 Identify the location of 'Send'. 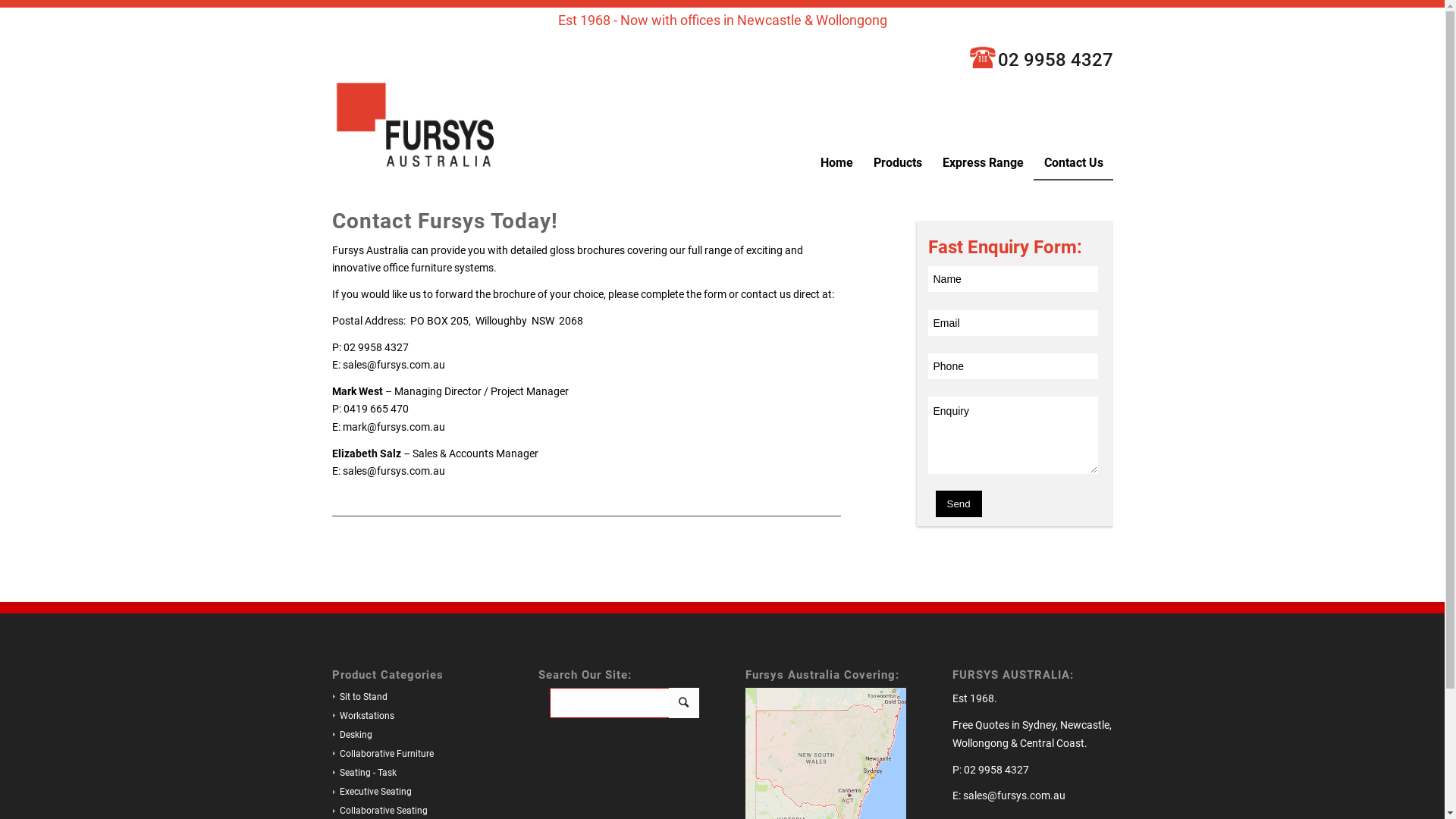
(958, 504).